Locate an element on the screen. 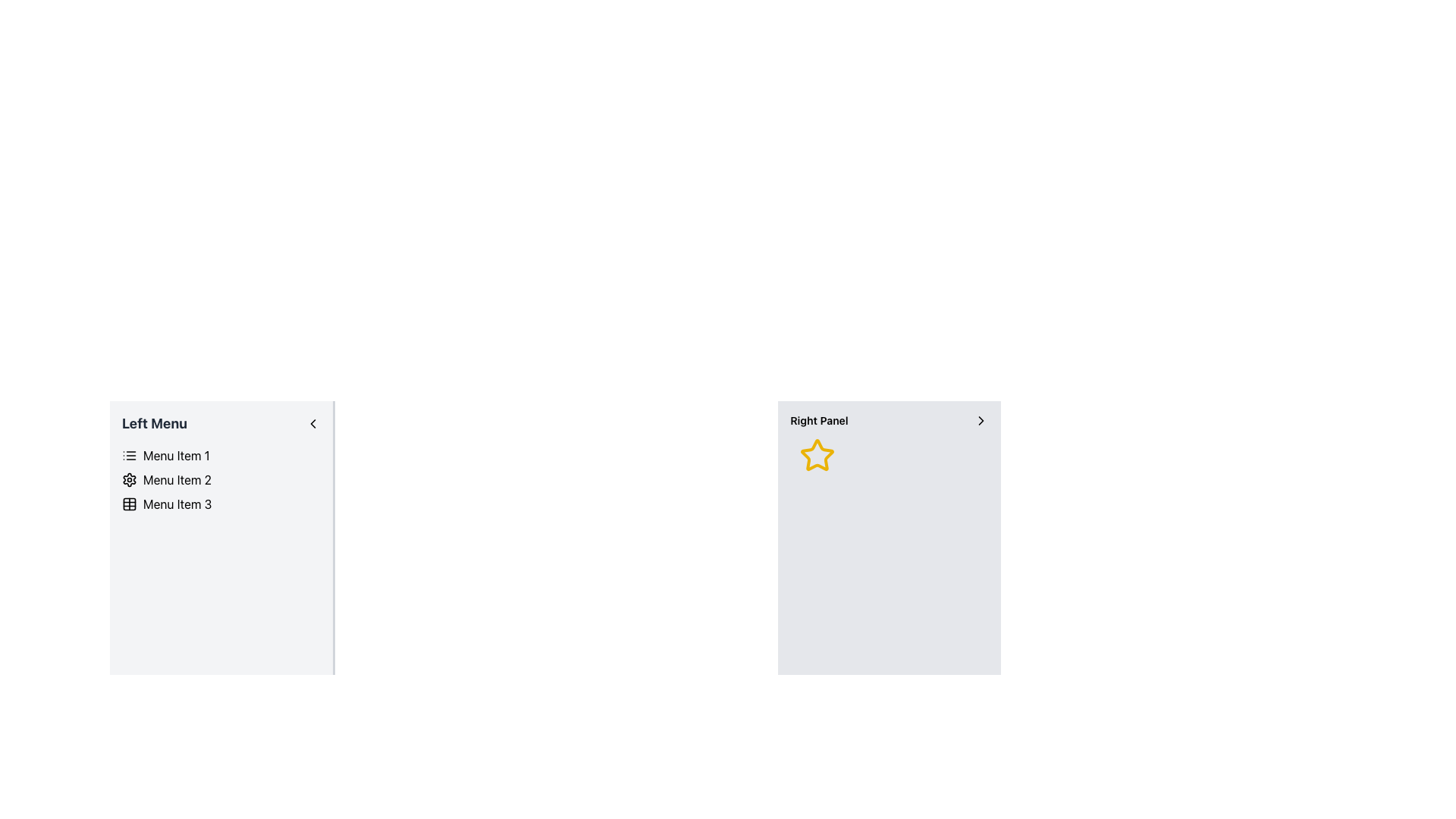  the first menu item labeled 'Menu Item 1' in the vertical menu list, which is positioned directly below the 'Left Menu' heading is located at coordinates (220, 455).